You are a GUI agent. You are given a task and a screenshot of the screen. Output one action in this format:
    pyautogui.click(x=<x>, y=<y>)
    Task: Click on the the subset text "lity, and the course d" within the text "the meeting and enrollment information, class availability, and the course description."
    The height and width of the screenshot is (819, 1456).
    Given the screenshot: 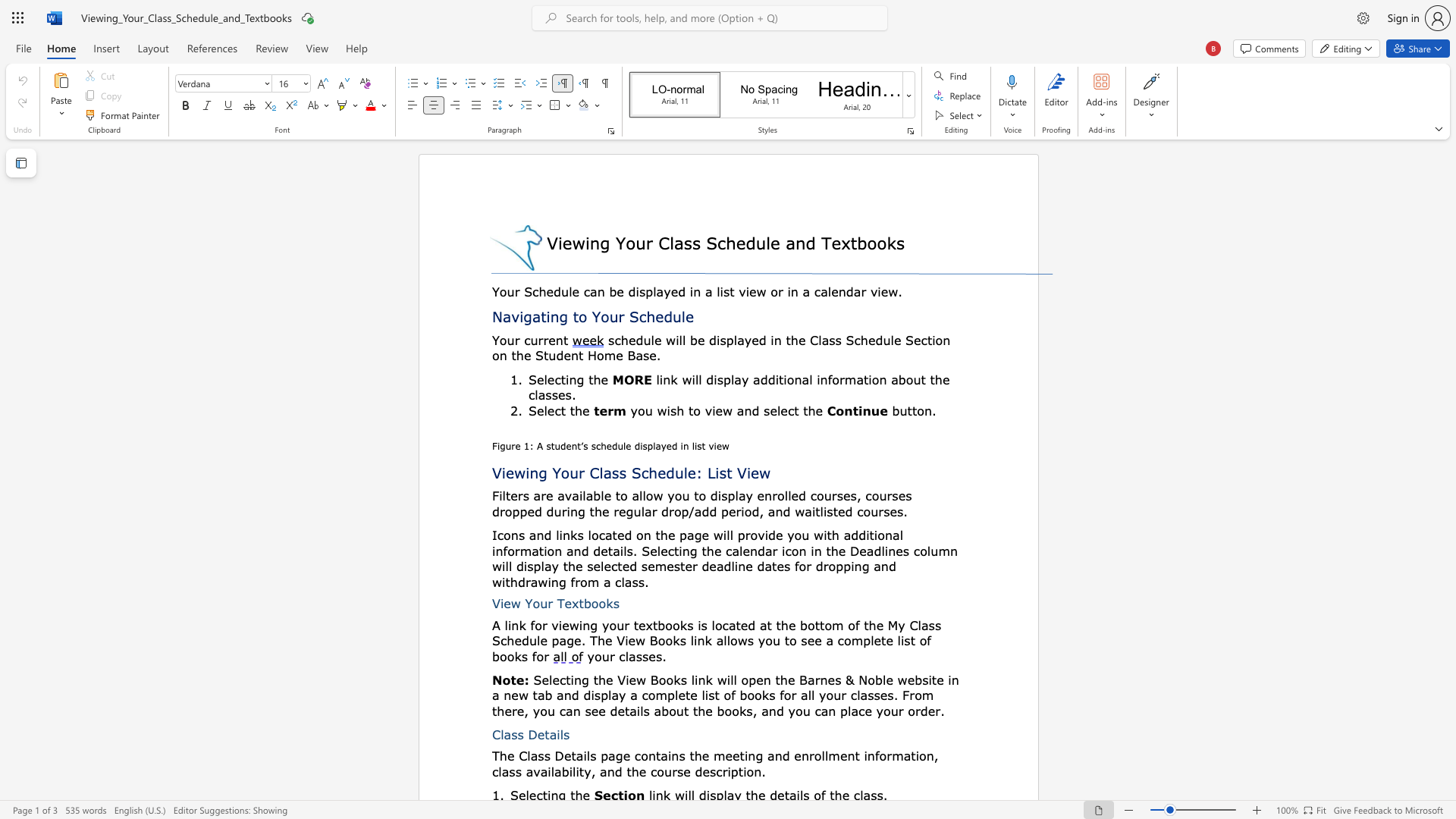 What is the action you would take?
    pyautogui.click(x=572, y=771)
    